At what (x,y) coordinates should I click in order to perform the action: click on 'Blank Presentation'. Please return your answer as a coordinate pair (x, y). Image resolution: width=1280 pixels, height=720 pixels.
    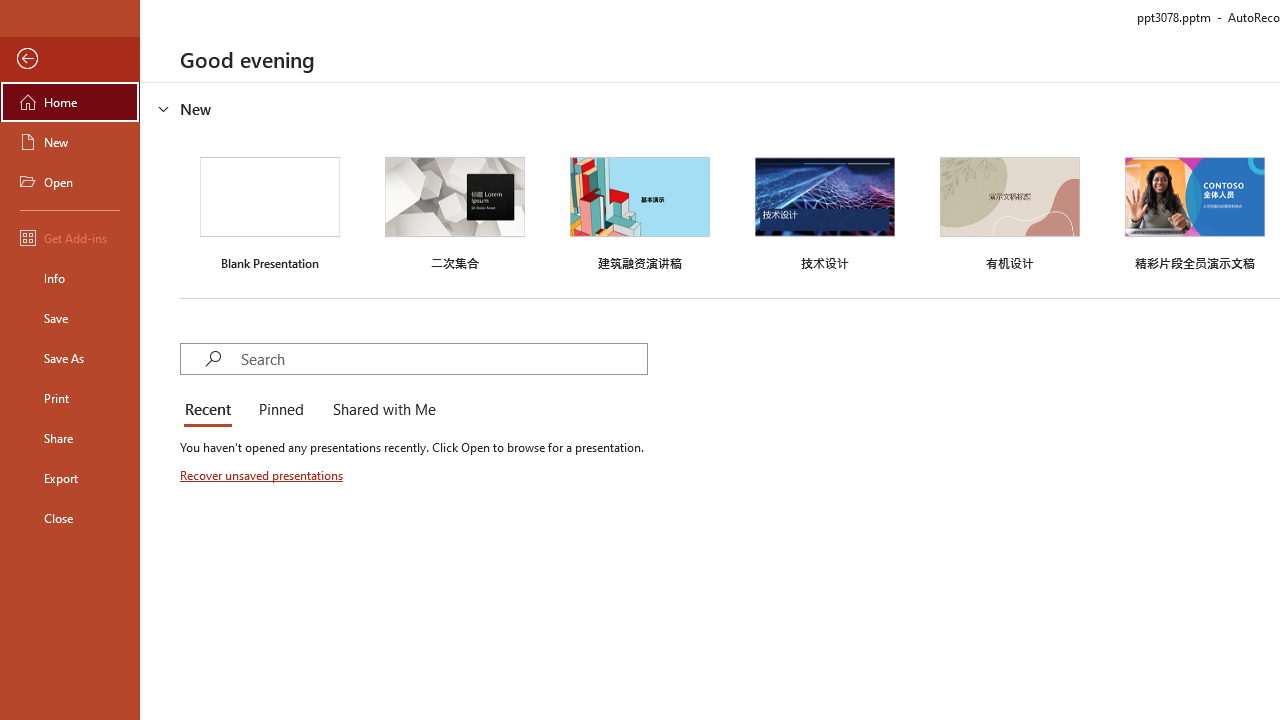
    Looking at the image, I should click on (269, 211).